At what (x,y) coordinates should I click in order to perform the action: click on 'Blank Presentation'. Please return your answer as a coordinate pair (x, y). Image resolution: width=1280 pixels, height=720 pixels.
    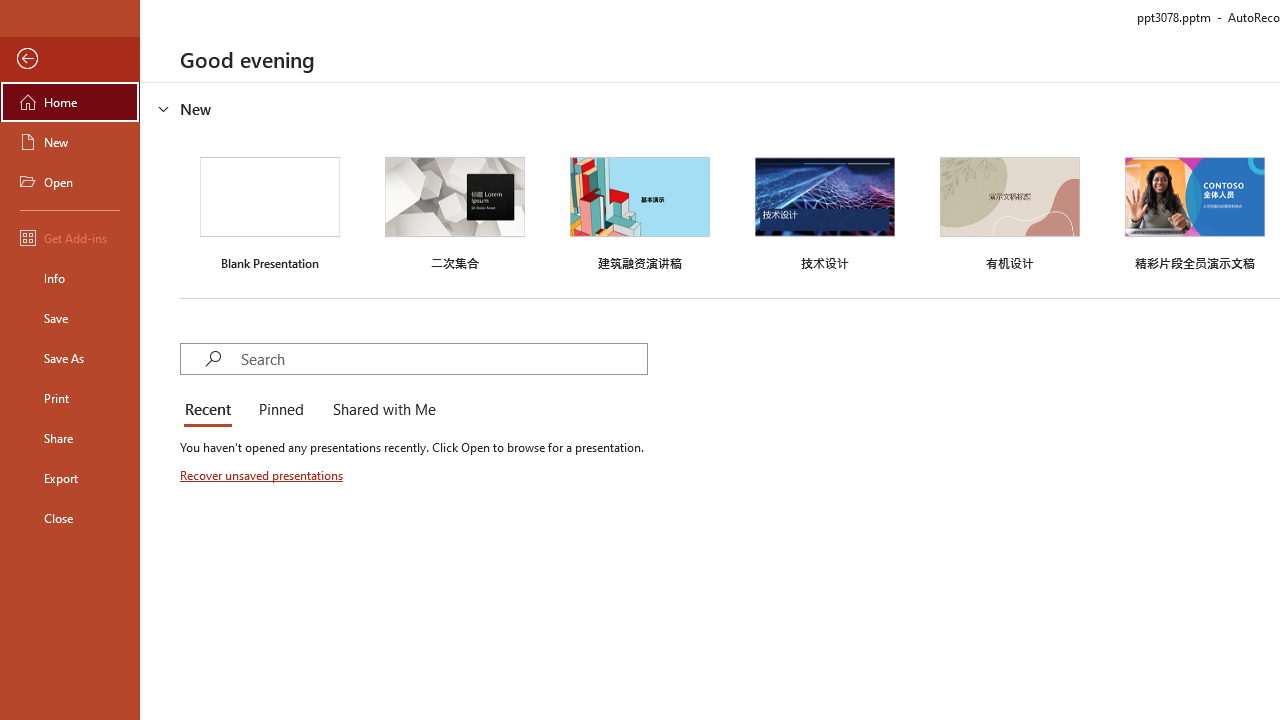
    Looking at the image, I should click on (269, 211).